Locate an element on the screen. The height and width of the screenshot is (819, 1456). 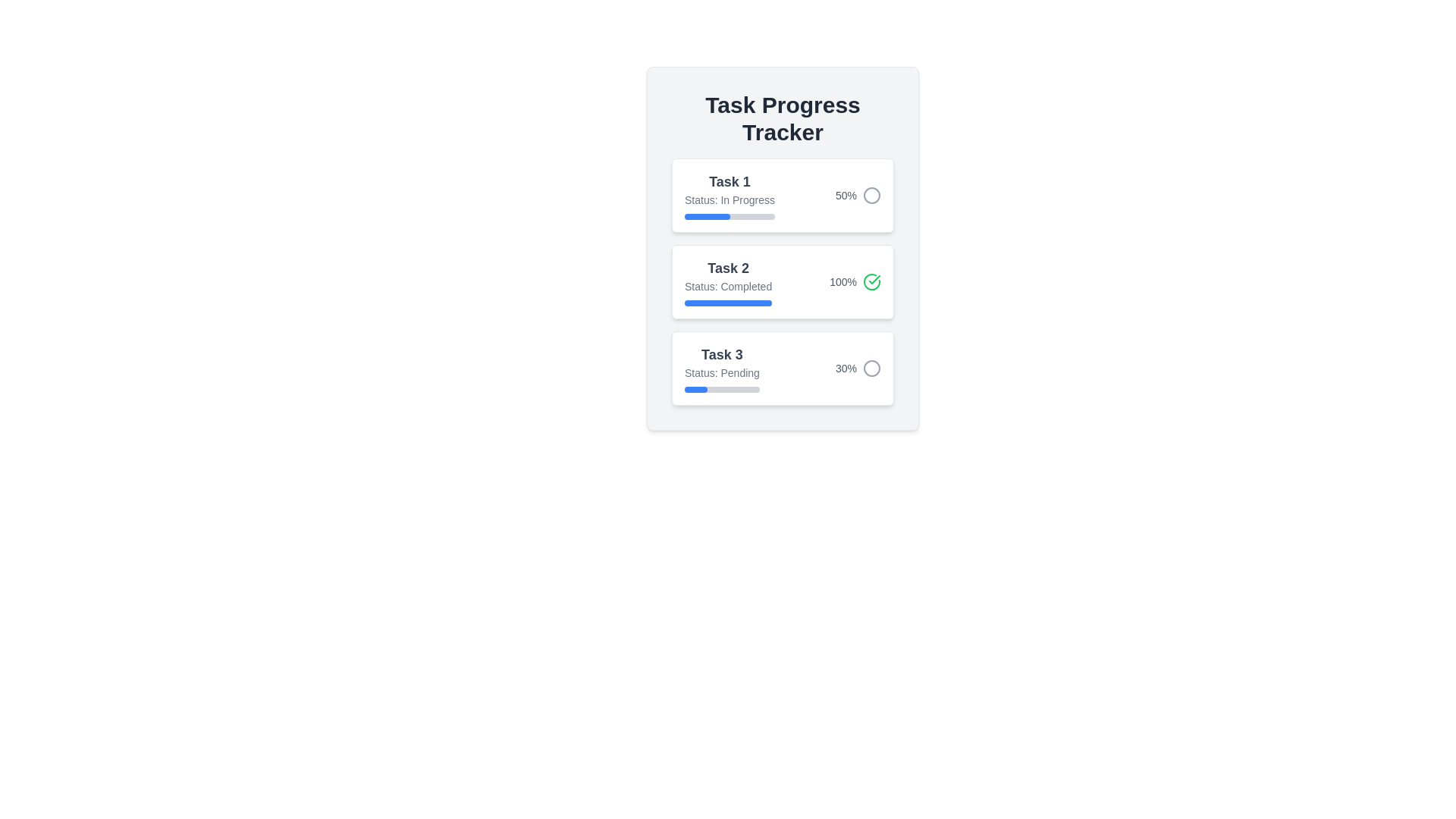
the text label displaying 'Status: In Progress', which is styled with a small gray font and located below the 'Task 1' title and above a blue progress bar is located at coordinates (730, 199).